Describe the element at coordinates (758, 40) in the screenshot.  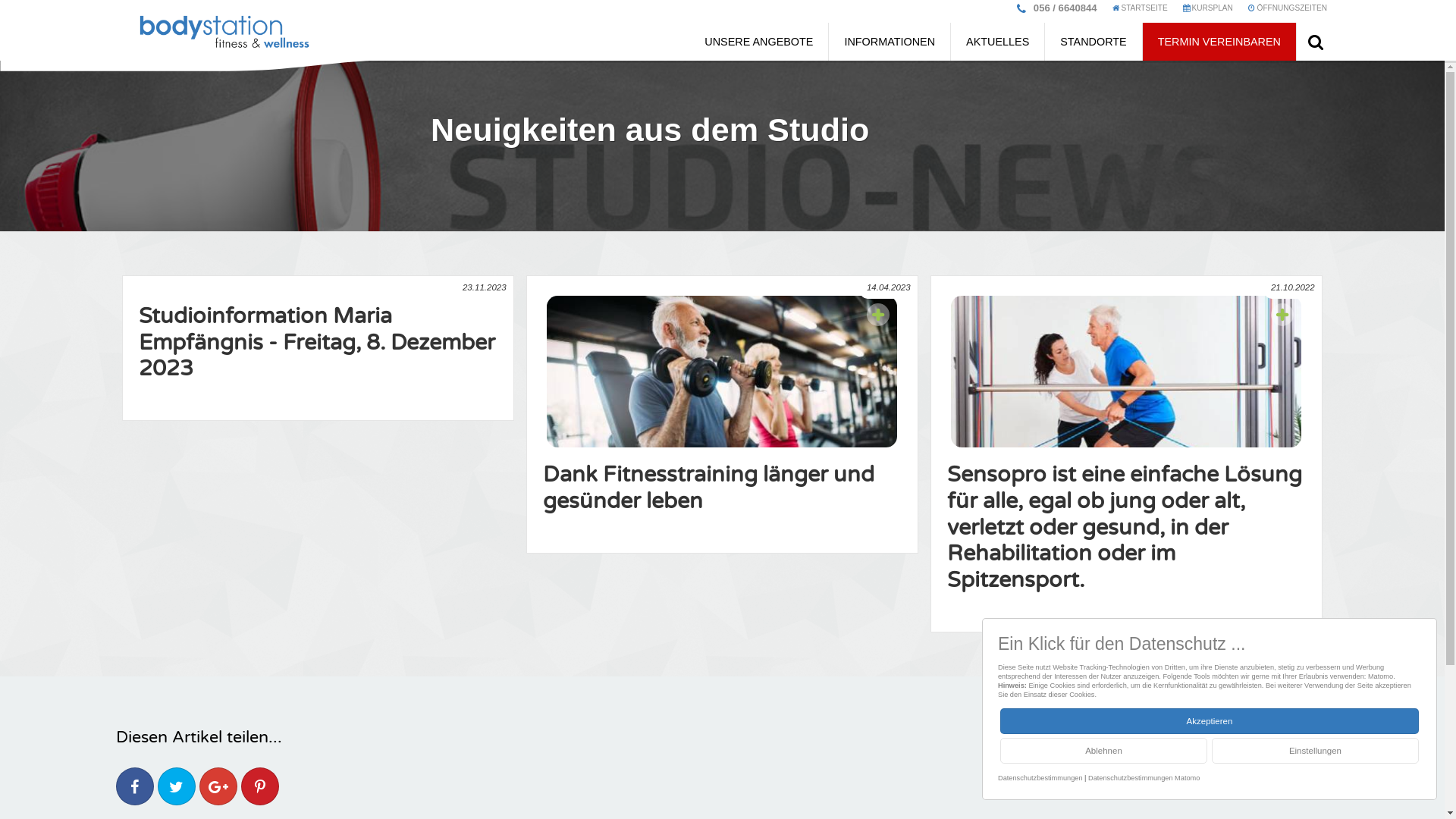
I see `'UNSERE ANGEBOTE'` at that location.